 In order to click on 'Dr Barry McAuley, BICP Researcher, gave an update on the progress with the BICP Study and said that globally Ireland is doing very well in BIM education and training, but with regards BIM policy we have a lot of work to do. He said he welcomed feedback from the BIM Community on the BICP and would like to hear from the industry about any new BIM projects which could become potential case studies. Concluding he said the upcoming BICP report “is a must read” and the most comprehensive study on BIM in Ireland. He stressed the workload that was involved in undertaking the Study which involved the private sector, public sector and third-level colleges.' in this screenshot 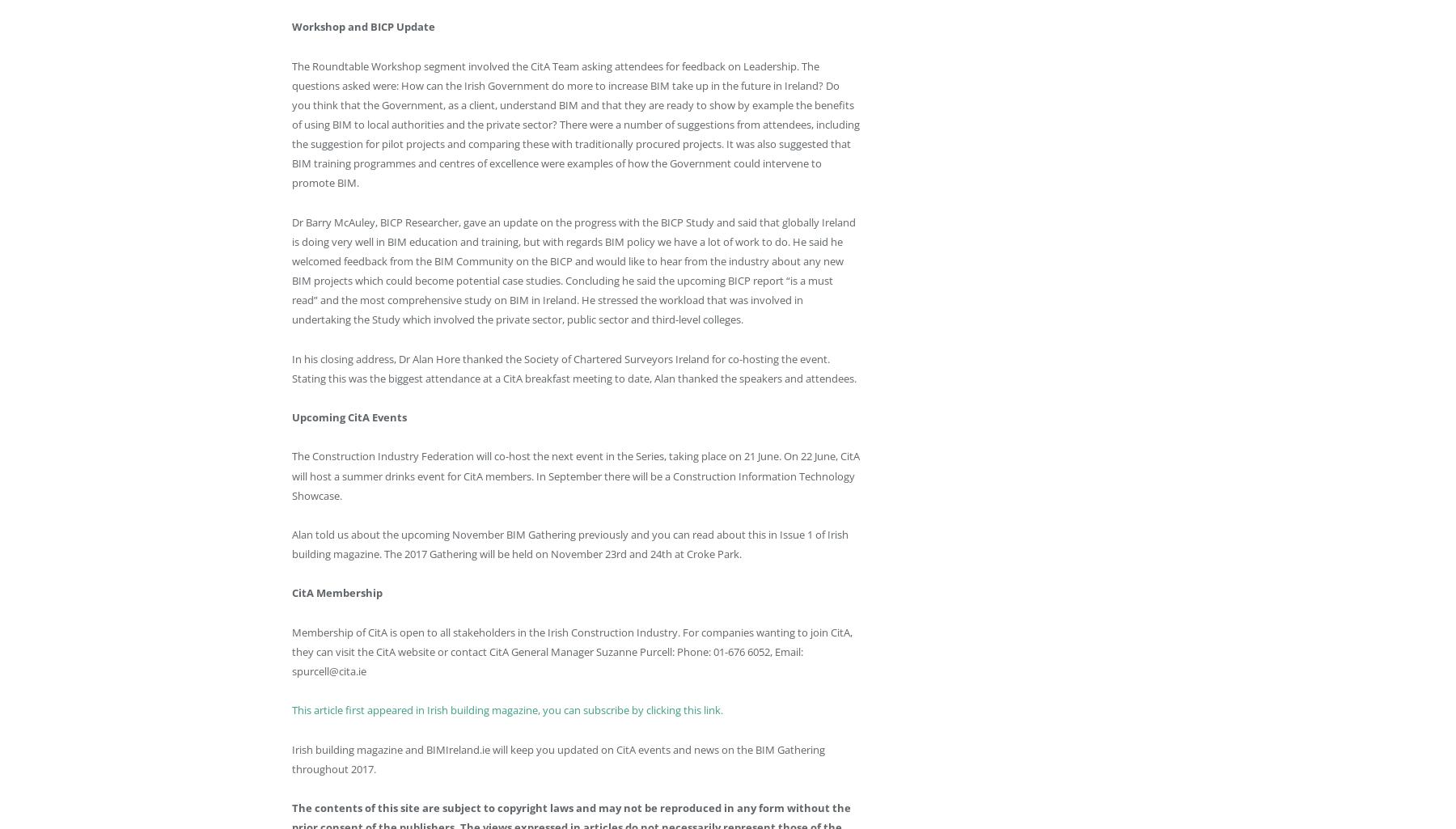, I will do `click(292, 269)`.